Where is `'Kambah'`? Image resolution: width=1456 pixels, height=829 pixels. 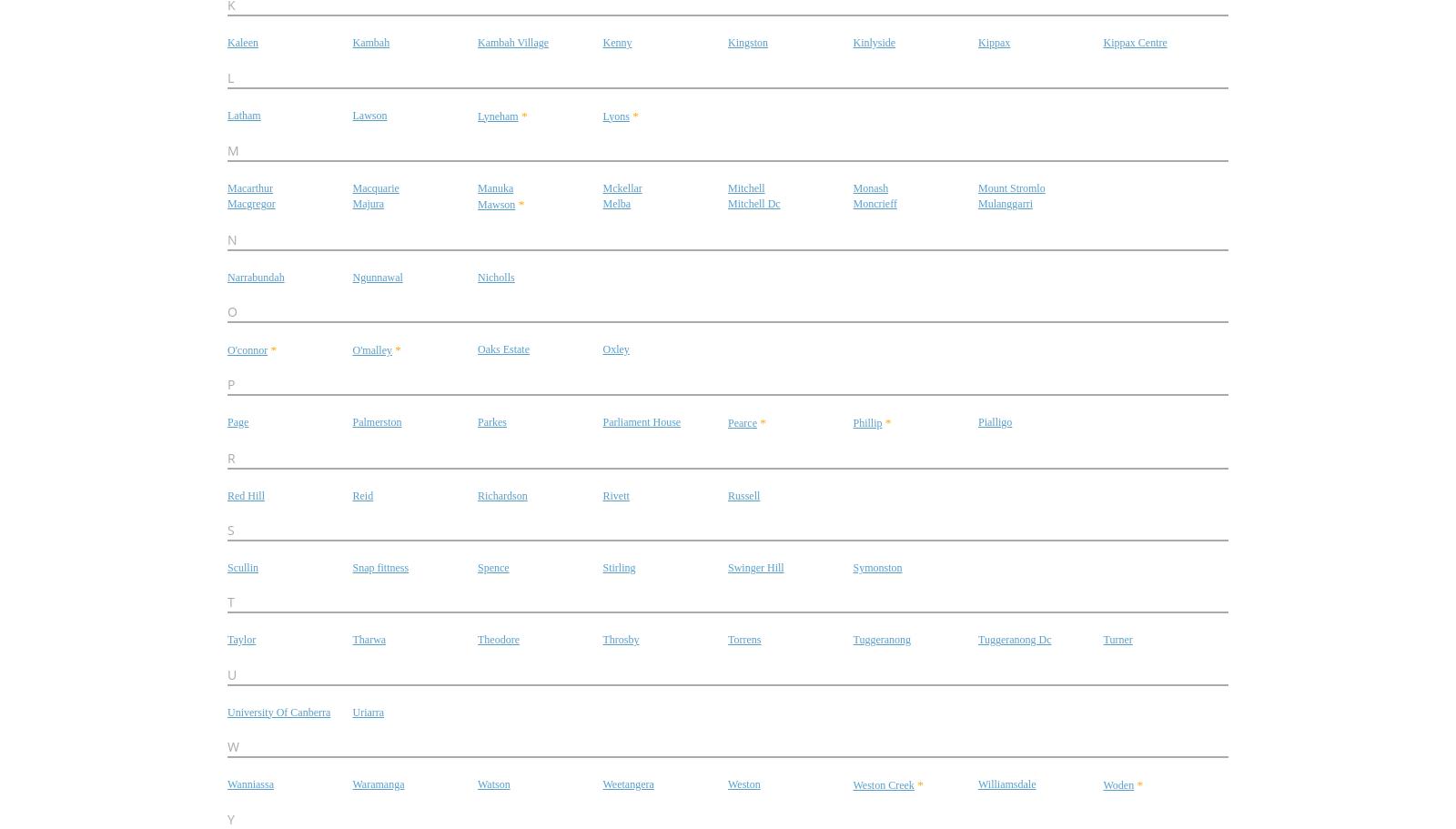 'Kambah' is located at coordinates (369, 42).